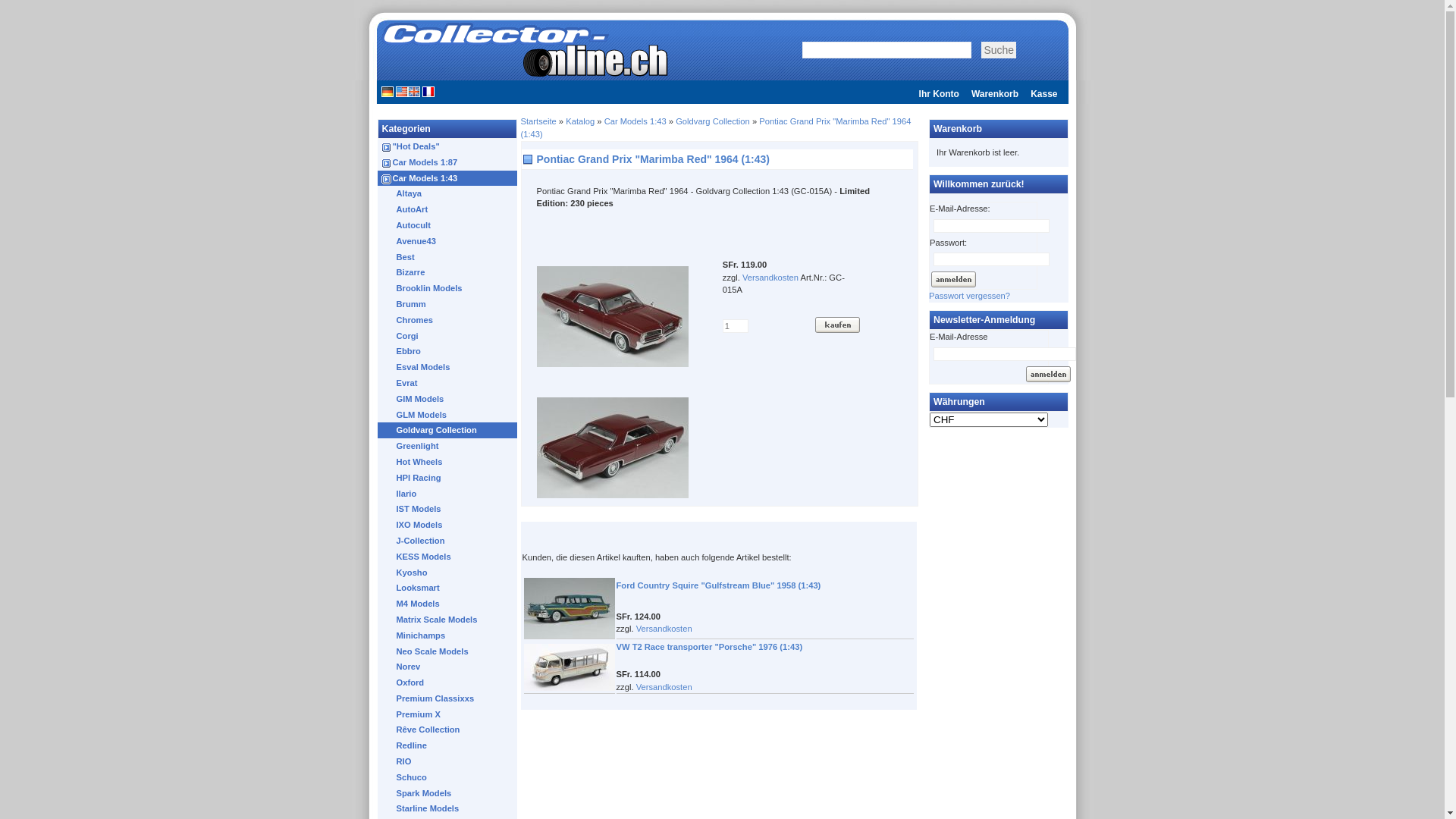 The image size is (1456, 819). Describe the element at coordinates (714, 127) in the screenshot. I see `'Pontiac Grand Prix "Marimba Red" 1964 (1:43)'` at that location.